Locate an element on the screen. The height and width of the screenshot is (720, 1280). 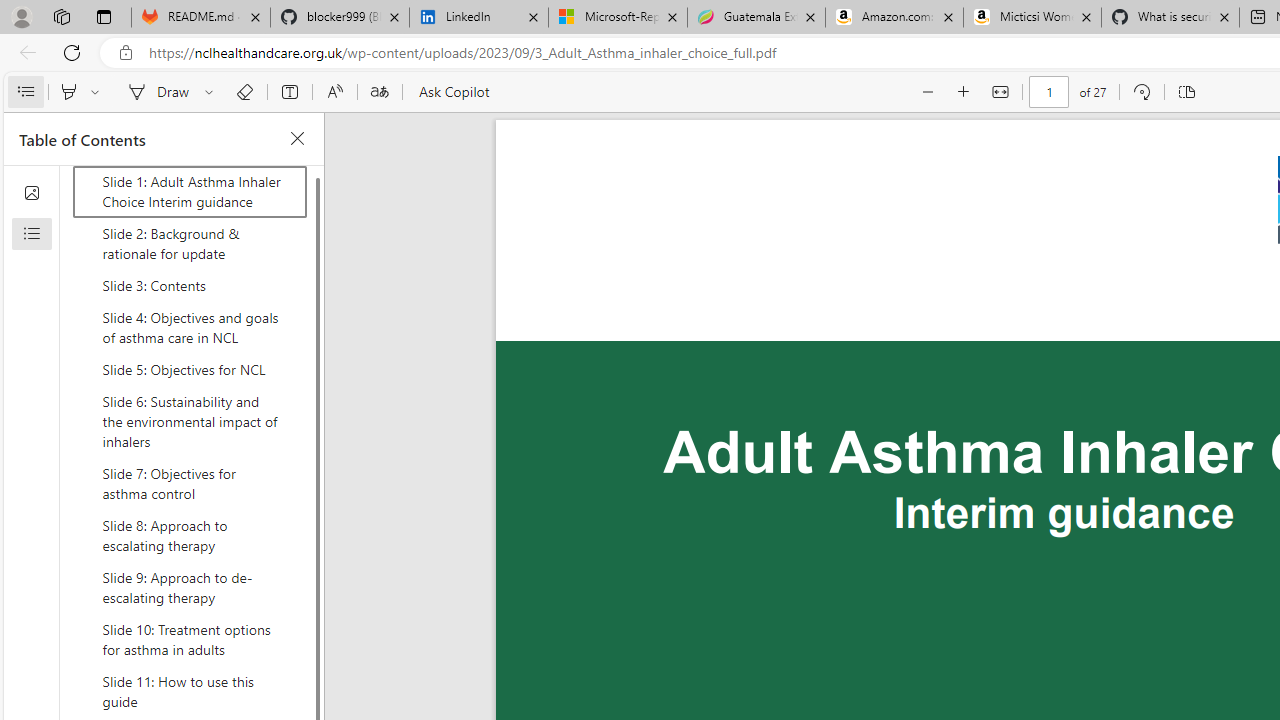
'Select ink properties' is located at coordinates (212, 92).